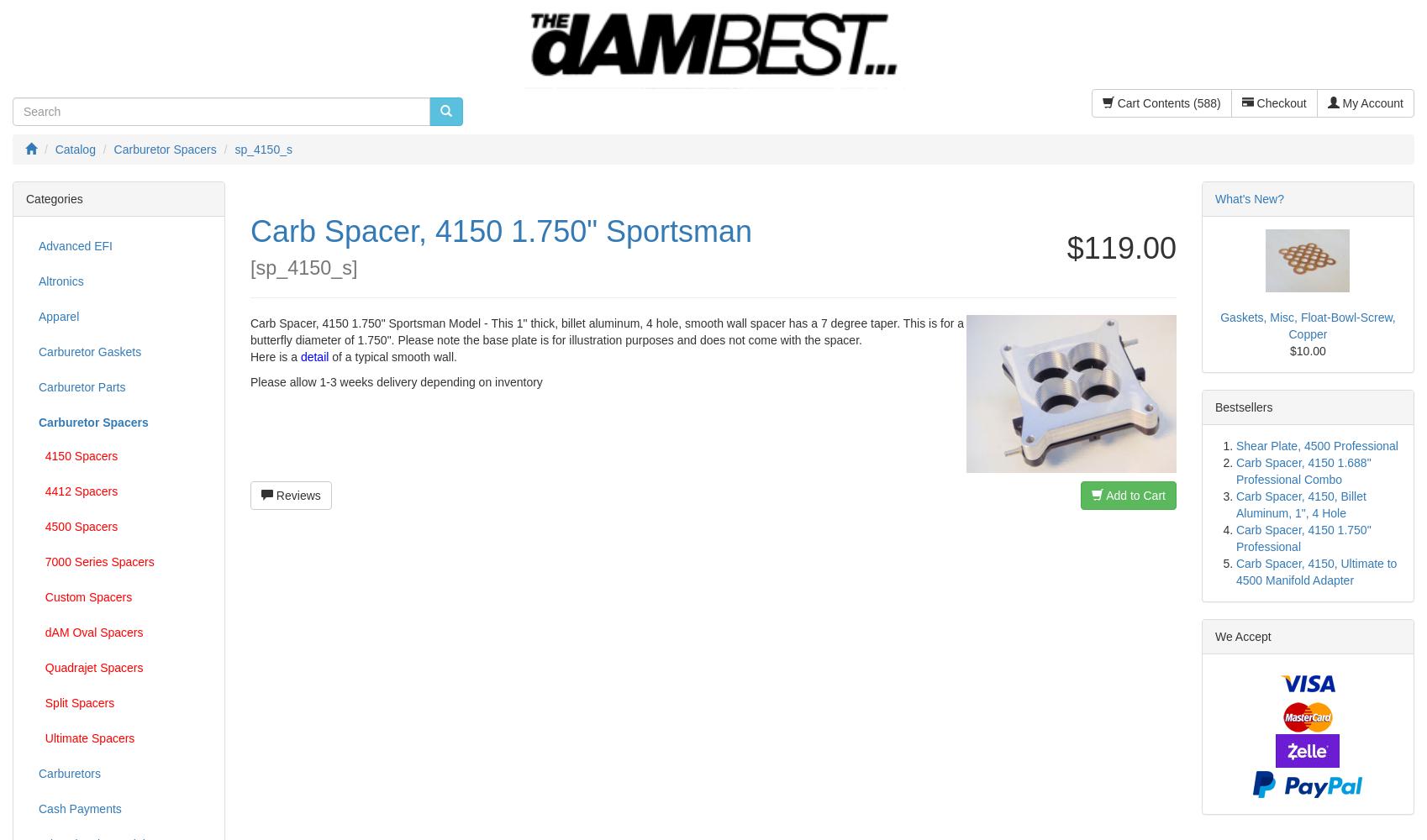  I want to click on 'Carb Spacer, 4150 1.750" Sportsman Model - This 1" thick, billet aluminum, 4 hole, smooth wall spacer has a 7 degree taper.  This is for a butterfly diameter of 1.750".  Please note the base plate is for illustration purposes and does not come with the spacer.', so click(248, 331).